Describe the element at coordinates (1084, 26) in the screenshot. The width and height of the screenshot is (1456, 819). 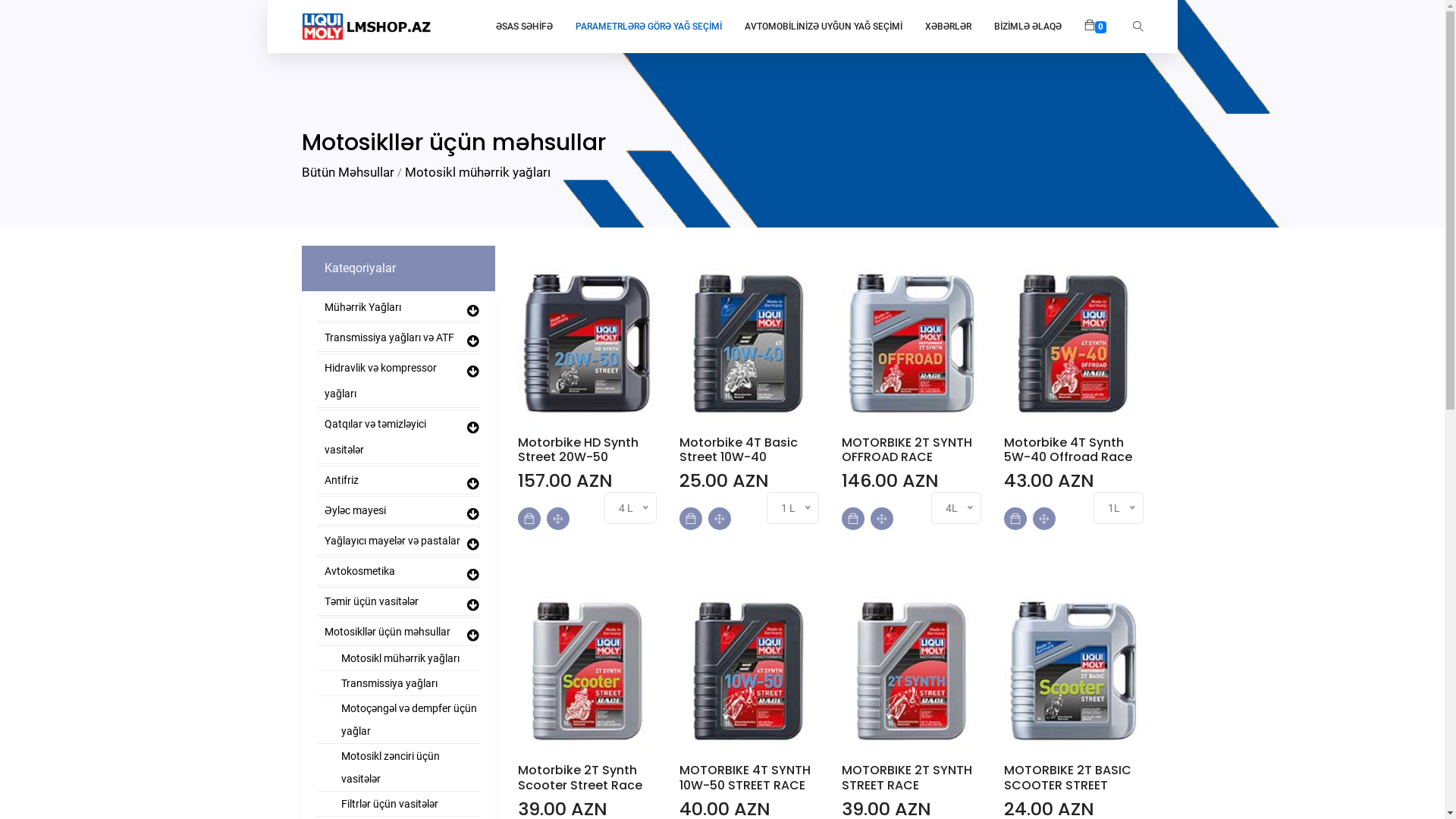
I see `'0'` at that location.